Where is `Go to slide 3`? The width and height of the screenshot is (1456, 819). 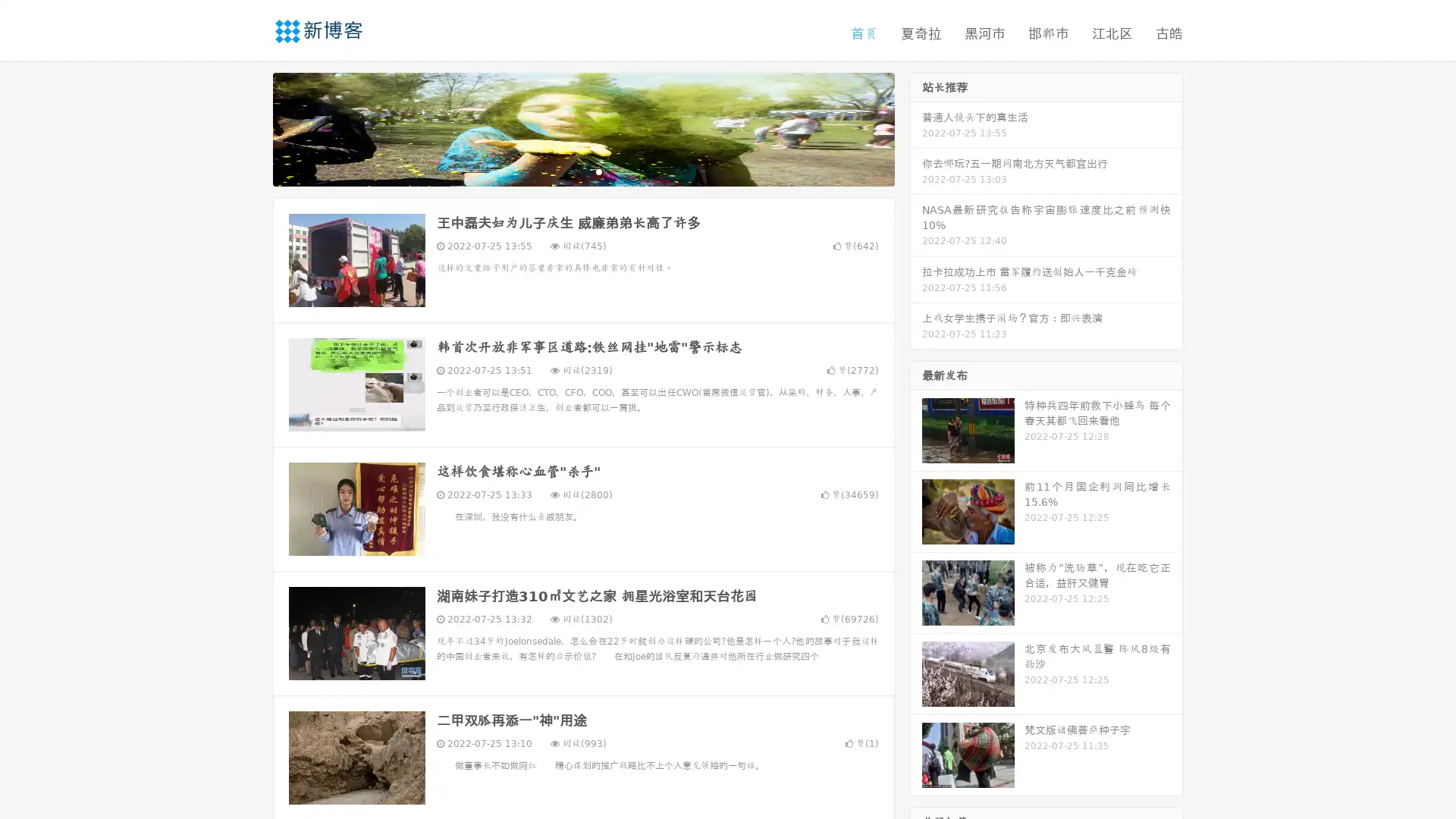
Go to slide 3 is located at coordinates (598, 171).